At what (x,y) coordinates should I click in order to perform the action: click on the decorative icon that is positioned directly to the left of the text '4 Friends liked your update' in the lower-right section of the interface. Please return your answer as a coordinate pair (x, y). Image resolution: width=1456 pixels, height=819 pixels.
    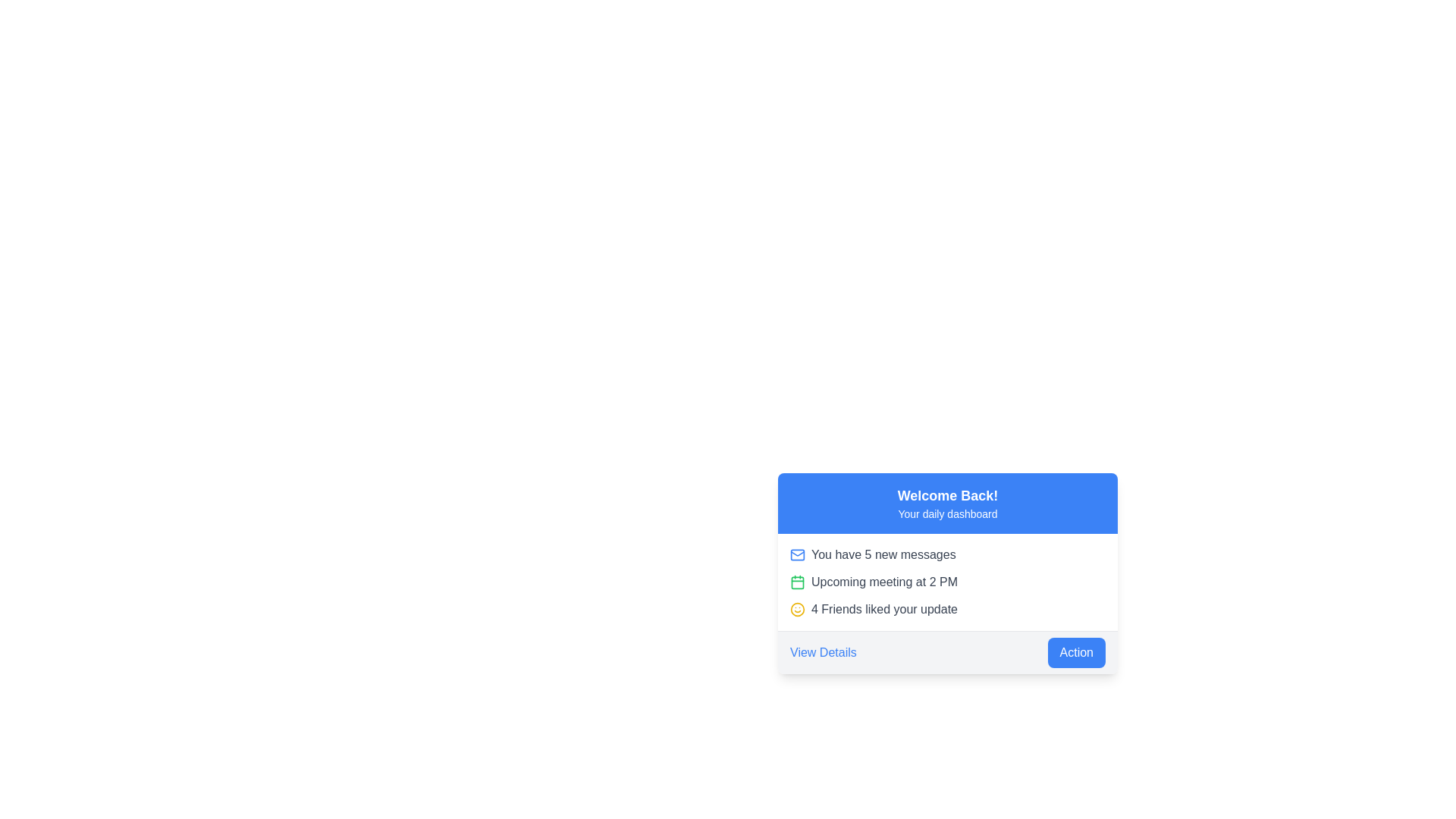
    Looking at the image, I should click on (796, 608).